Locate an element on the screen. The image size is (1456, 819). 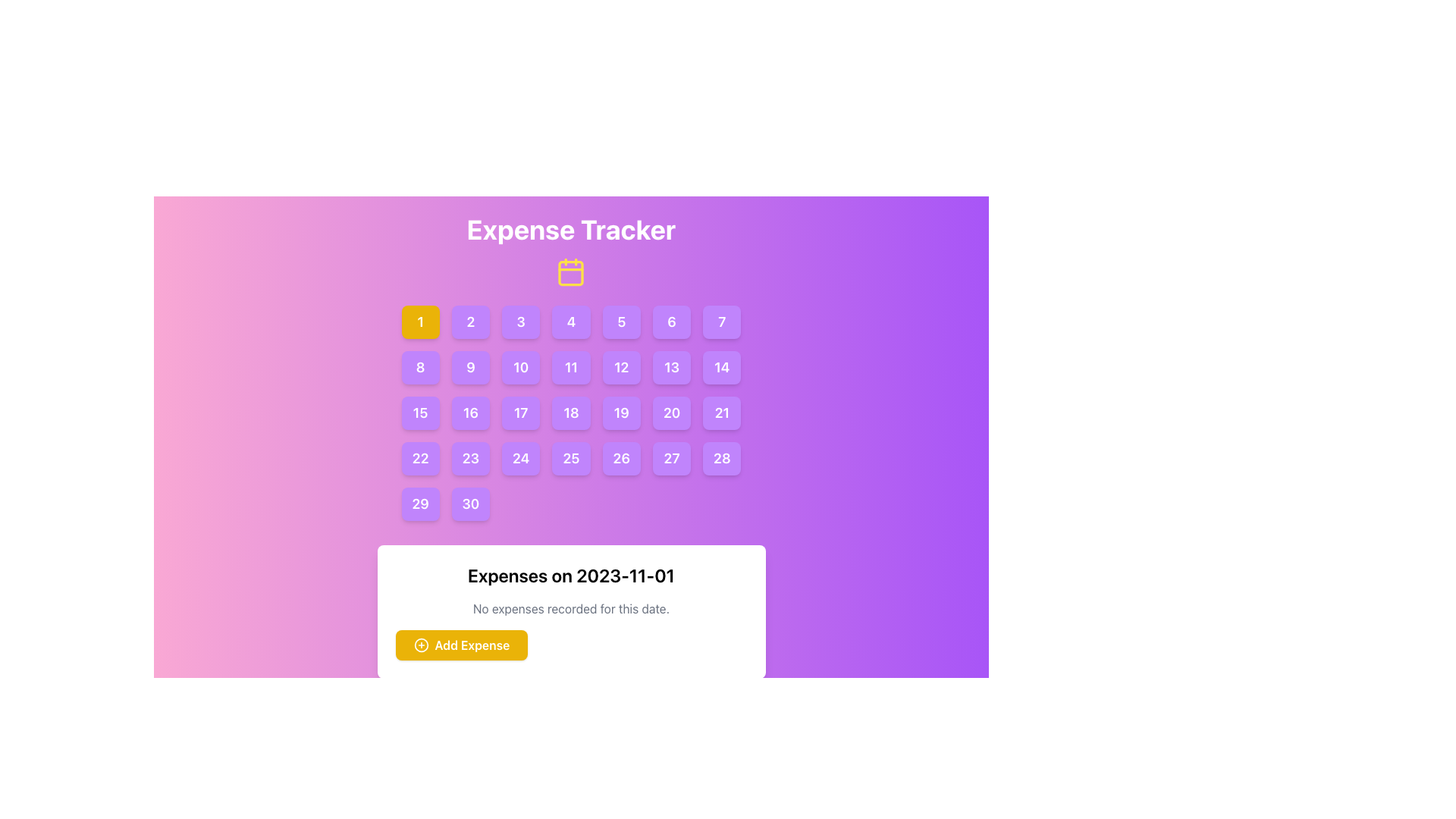
the calendar day cell displaying the number '3' is located at coordinates (521, 321).